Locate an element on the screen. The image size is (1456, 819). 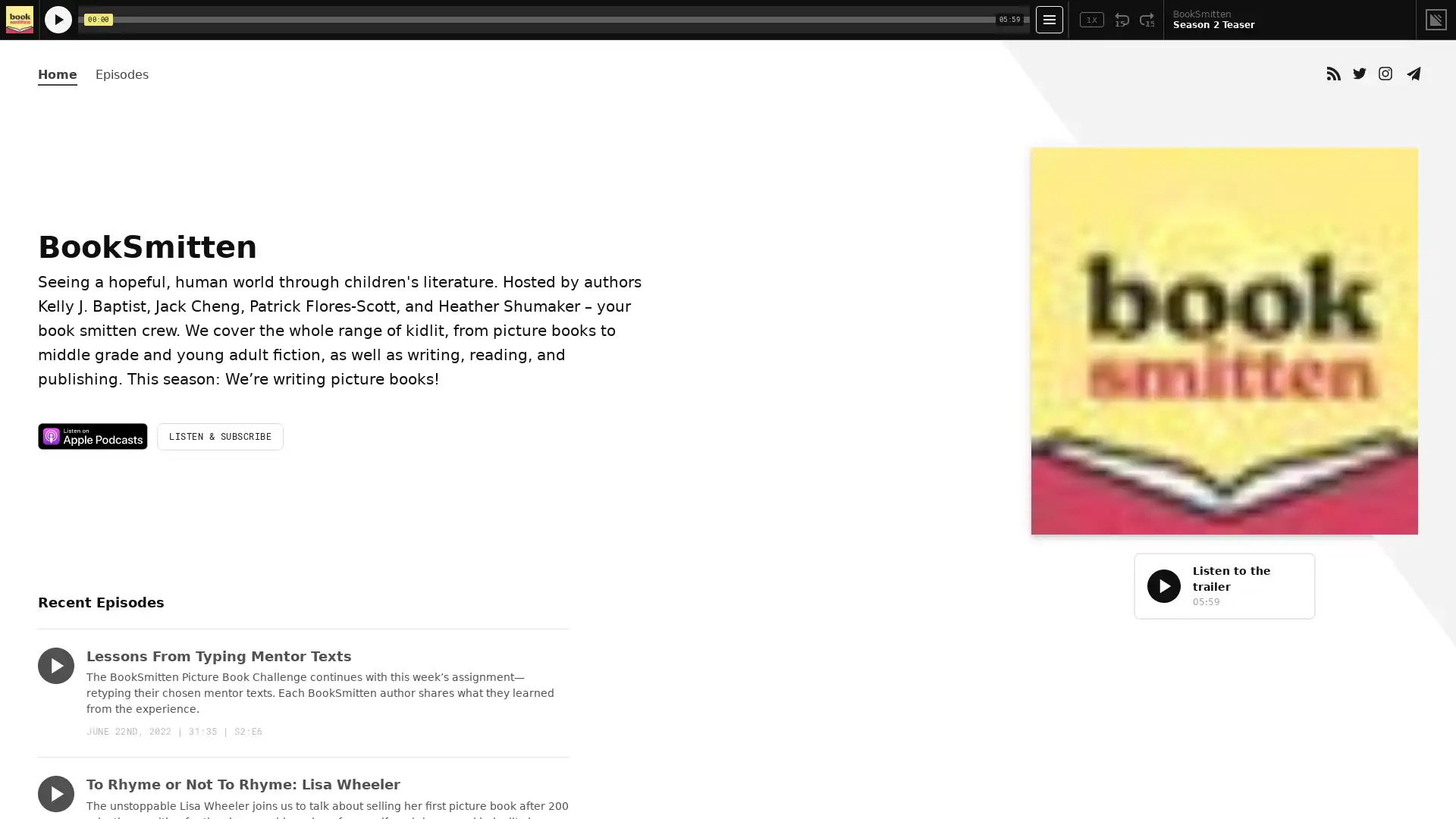
Rewind 15 Seconds is located at coordinates (1122, 20).